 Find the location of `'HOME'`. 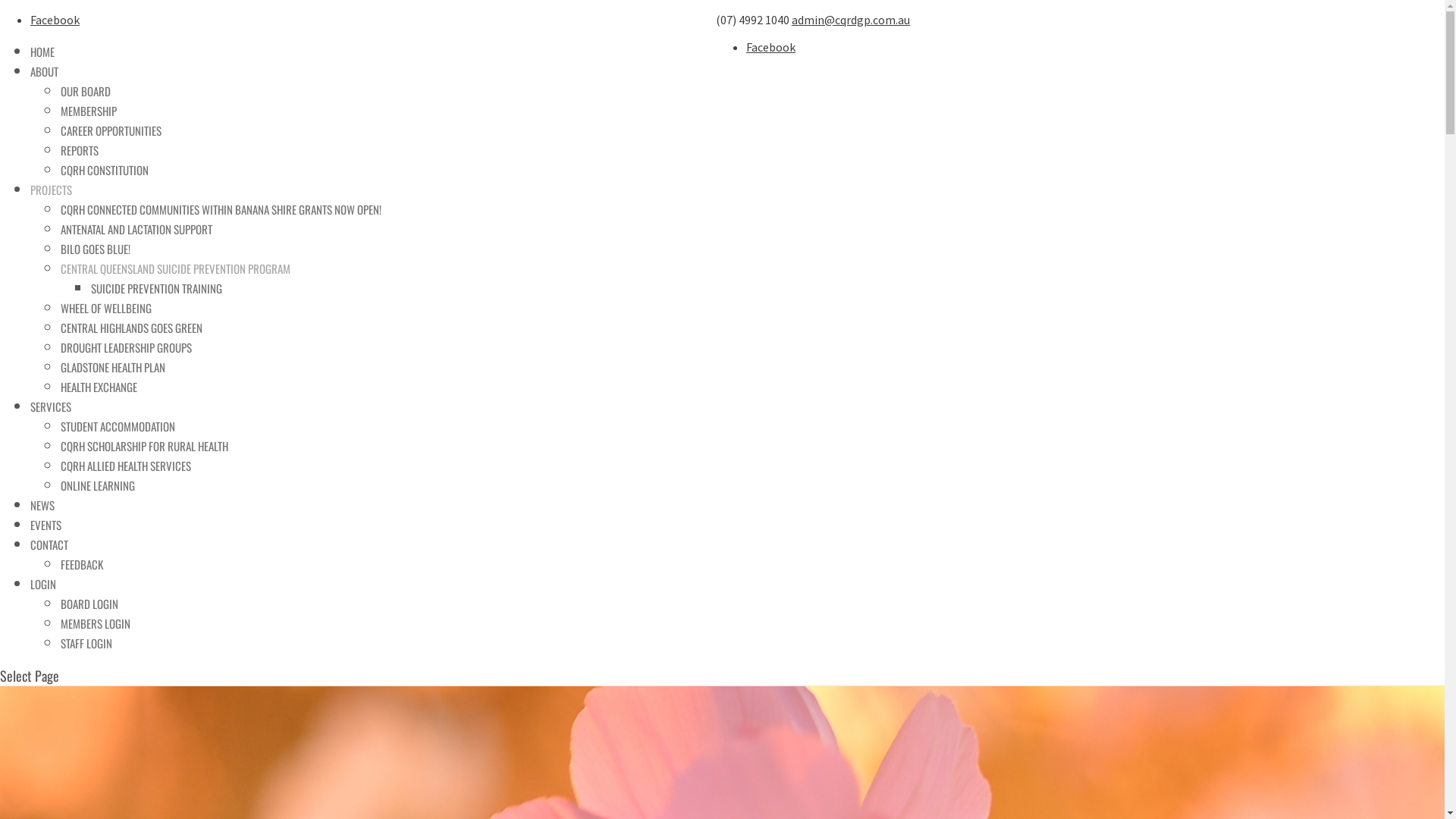

'HOME' is located at coordinates (42, 51).